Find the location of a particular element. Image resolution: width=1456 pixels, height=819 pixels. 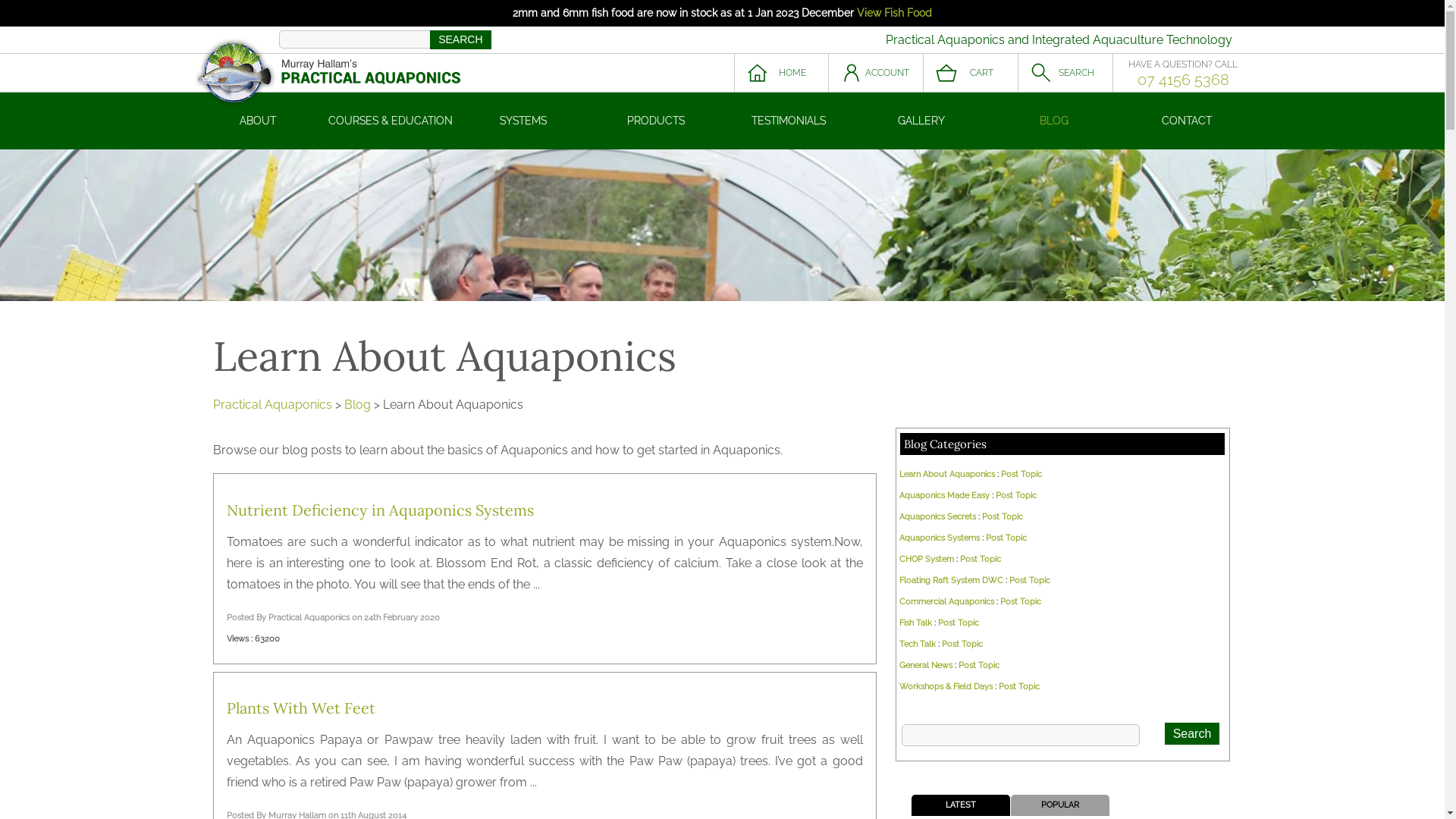

'Blog Categories' is located at coordinates (944, 444).